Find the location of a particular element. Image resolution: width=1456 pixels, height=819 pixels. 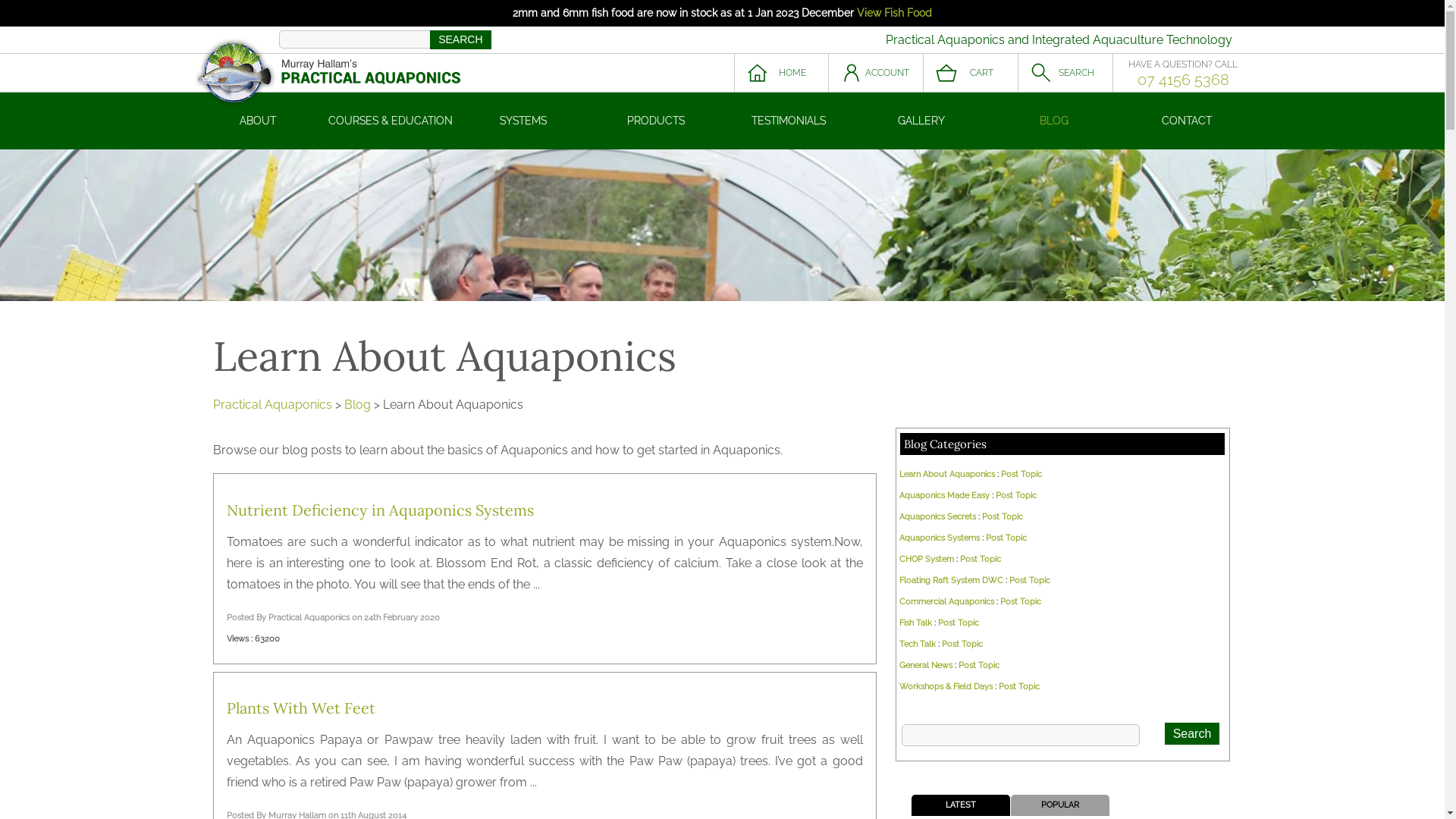

'Blog Categories' is located at coordinates (944, 444).